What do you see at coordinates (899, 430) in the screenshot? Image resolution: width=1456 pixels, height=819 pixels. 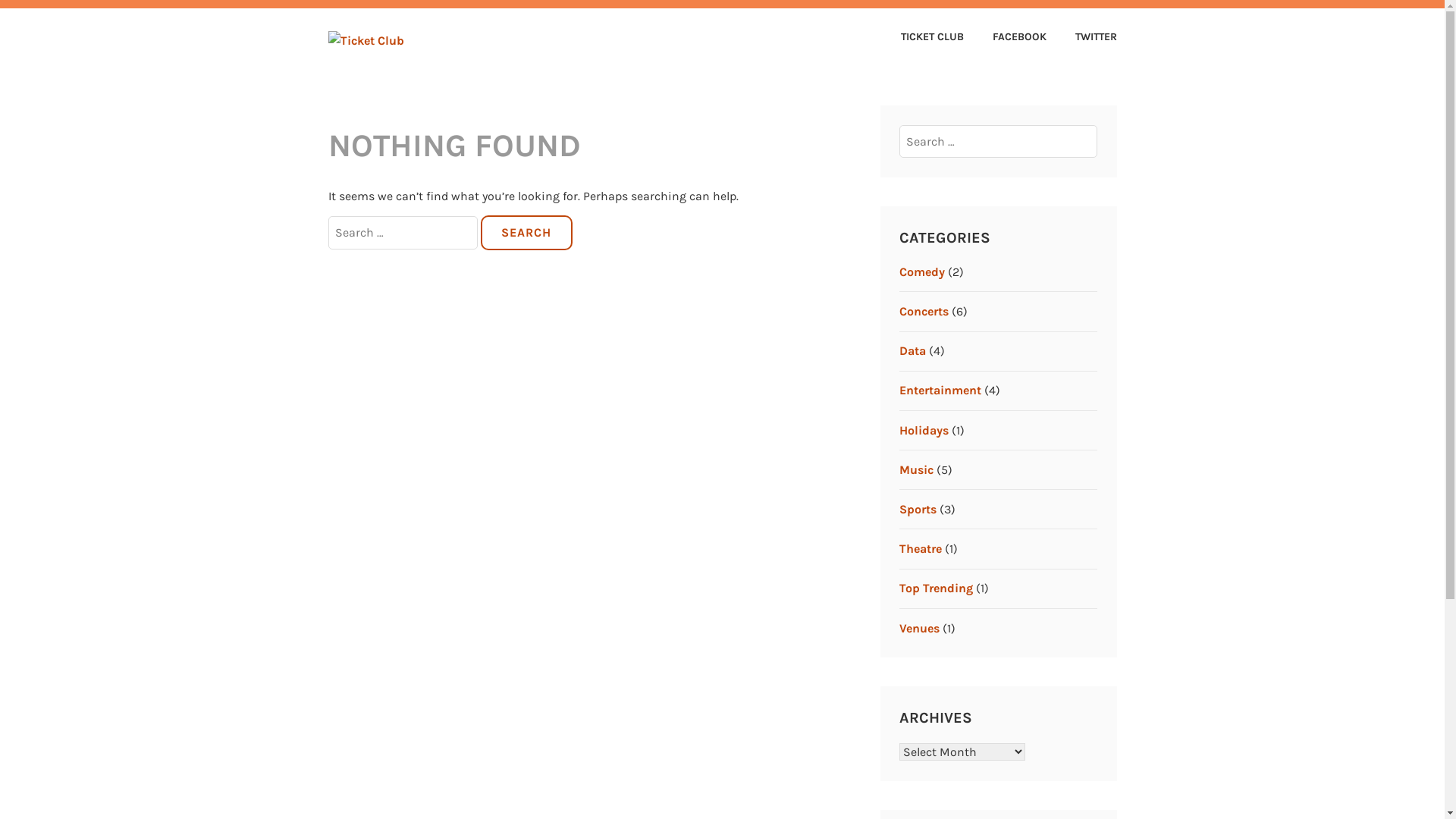 I see `'Holidays'` at bounding box center [899, 430].